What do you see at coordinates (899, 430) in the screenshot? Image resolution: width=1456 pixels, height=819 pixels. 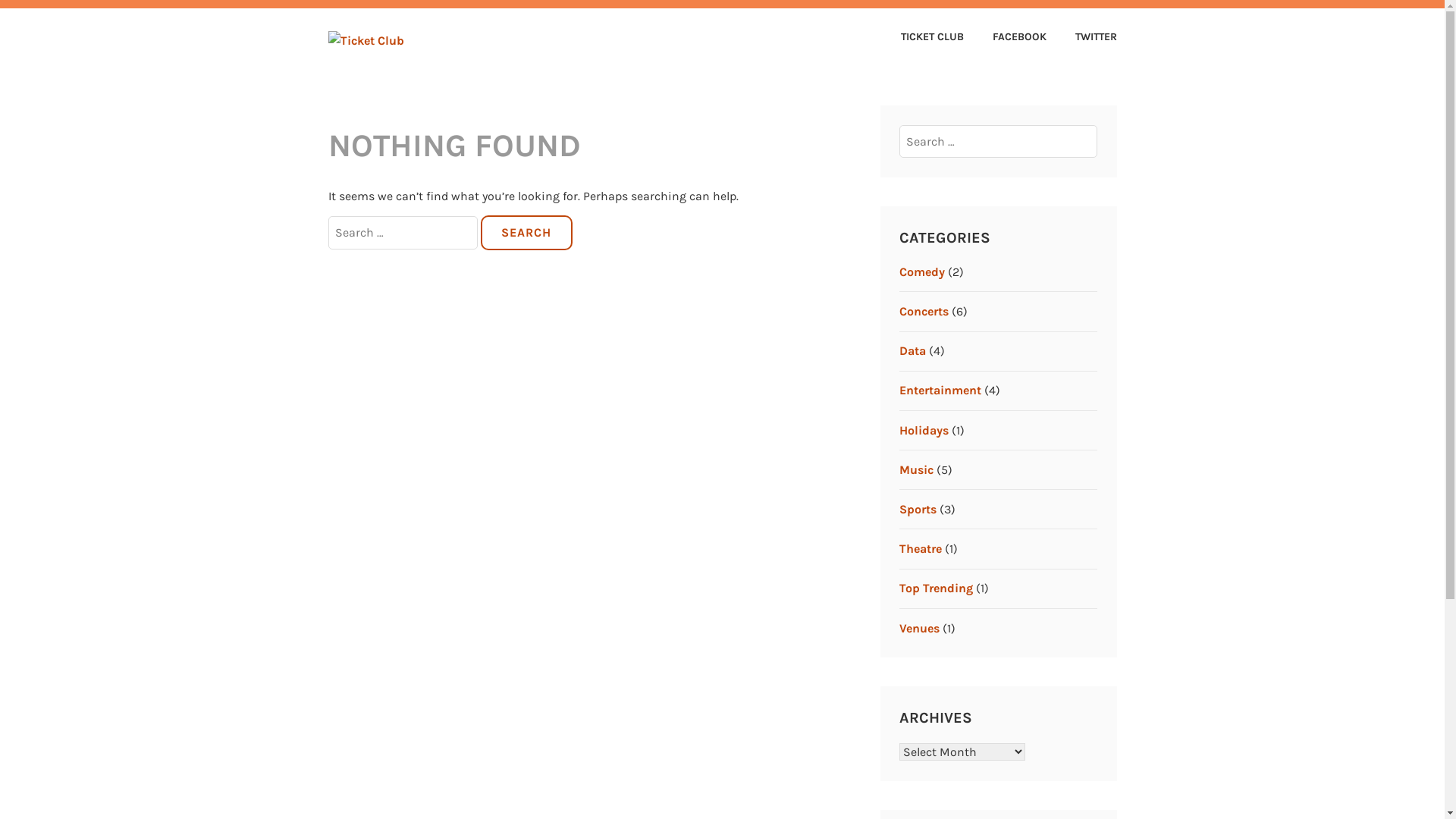 I see `'Holidays'` at bounding box center [899, 430].